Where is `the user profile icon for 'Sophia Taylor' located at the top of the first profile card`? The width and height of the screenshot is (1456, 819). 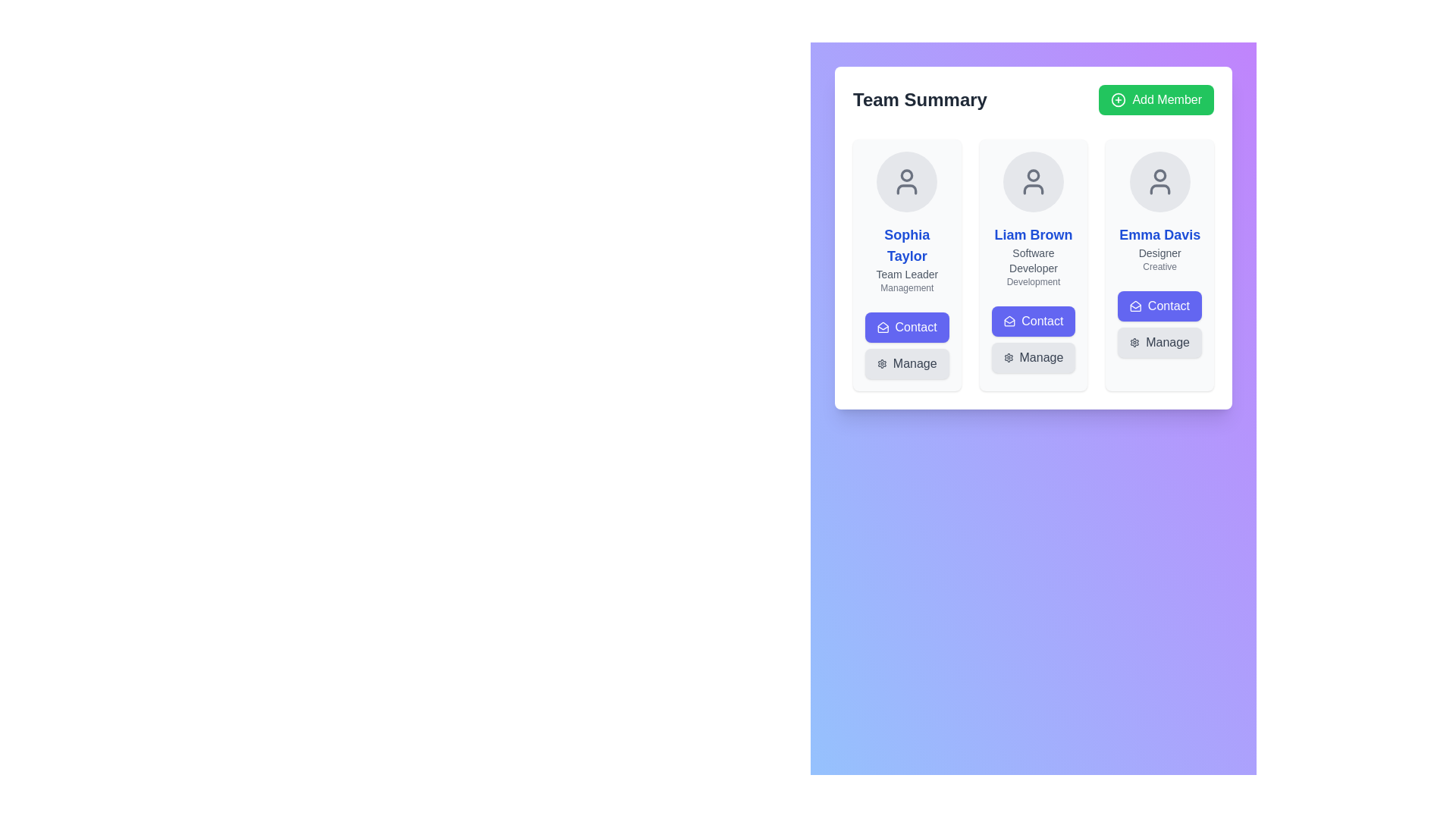 the user profile icon for 'Sophia Taylor' located at the top of the first profile card is located at coordinates (907, 180).